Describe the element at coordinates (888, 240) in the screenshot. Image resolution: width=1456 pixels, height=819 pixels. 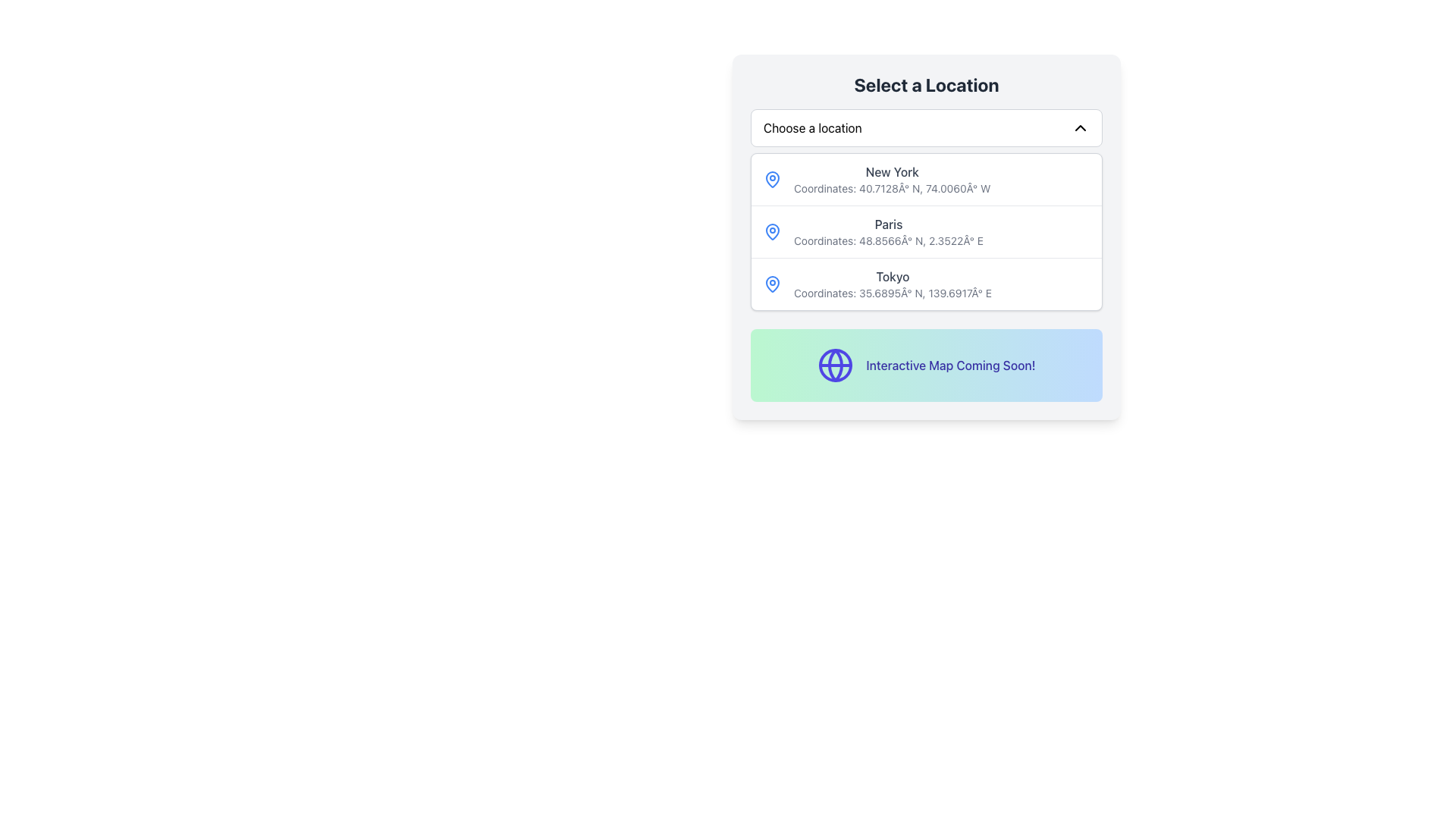
I see `the text label displaying 'Coordinates: 48.8566° N, 2.3522° E' which is part of the second location option for 'Paris' in the list of locations` at that location.